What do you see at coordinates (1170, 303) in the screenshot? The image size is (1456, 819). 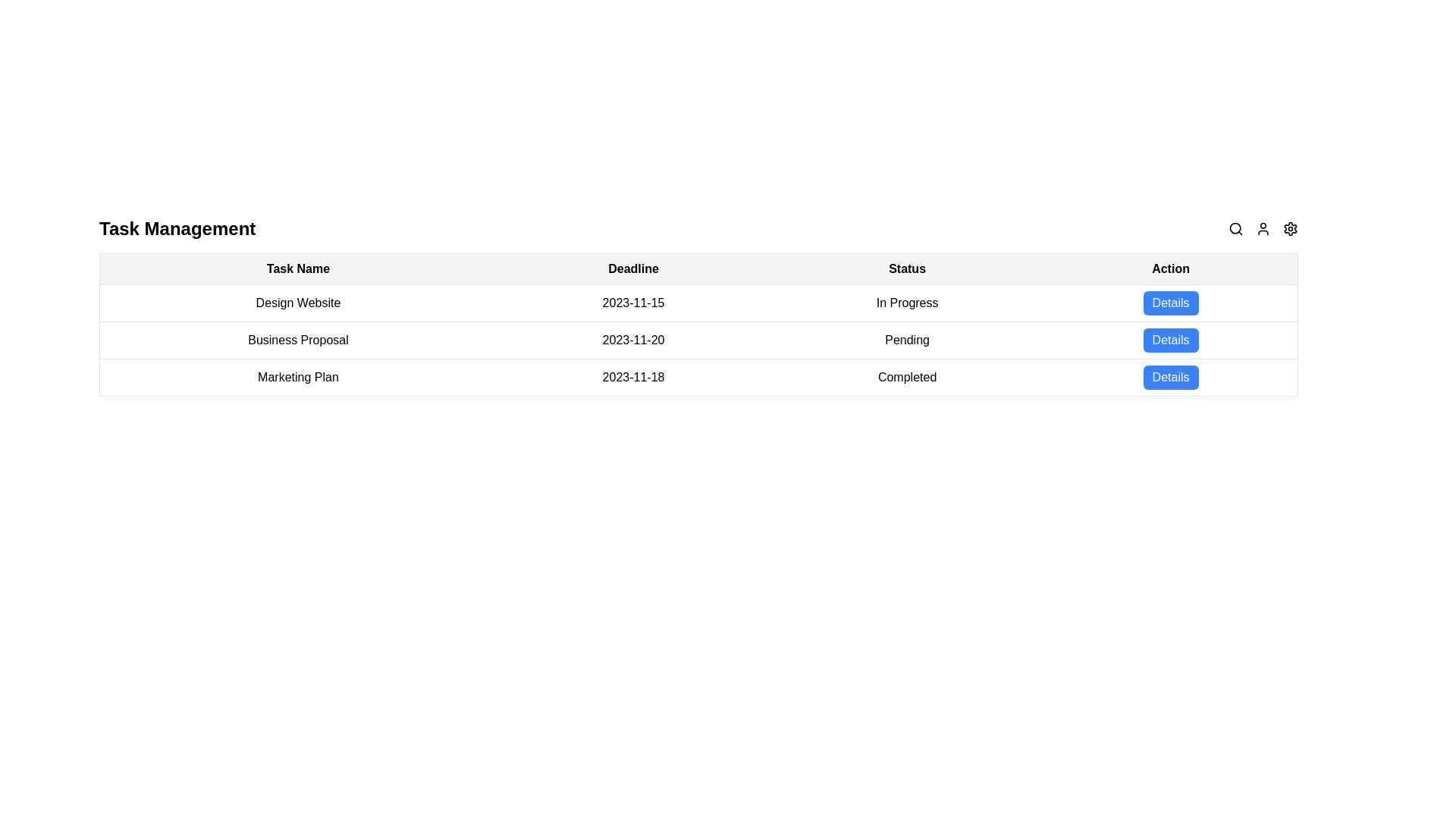 I see `the blue rectangular button labeled 'Details' with rounded edges, located under the 'Action' column corresponding to the task 'Design Website.'` at bounding box center [1170, 303].